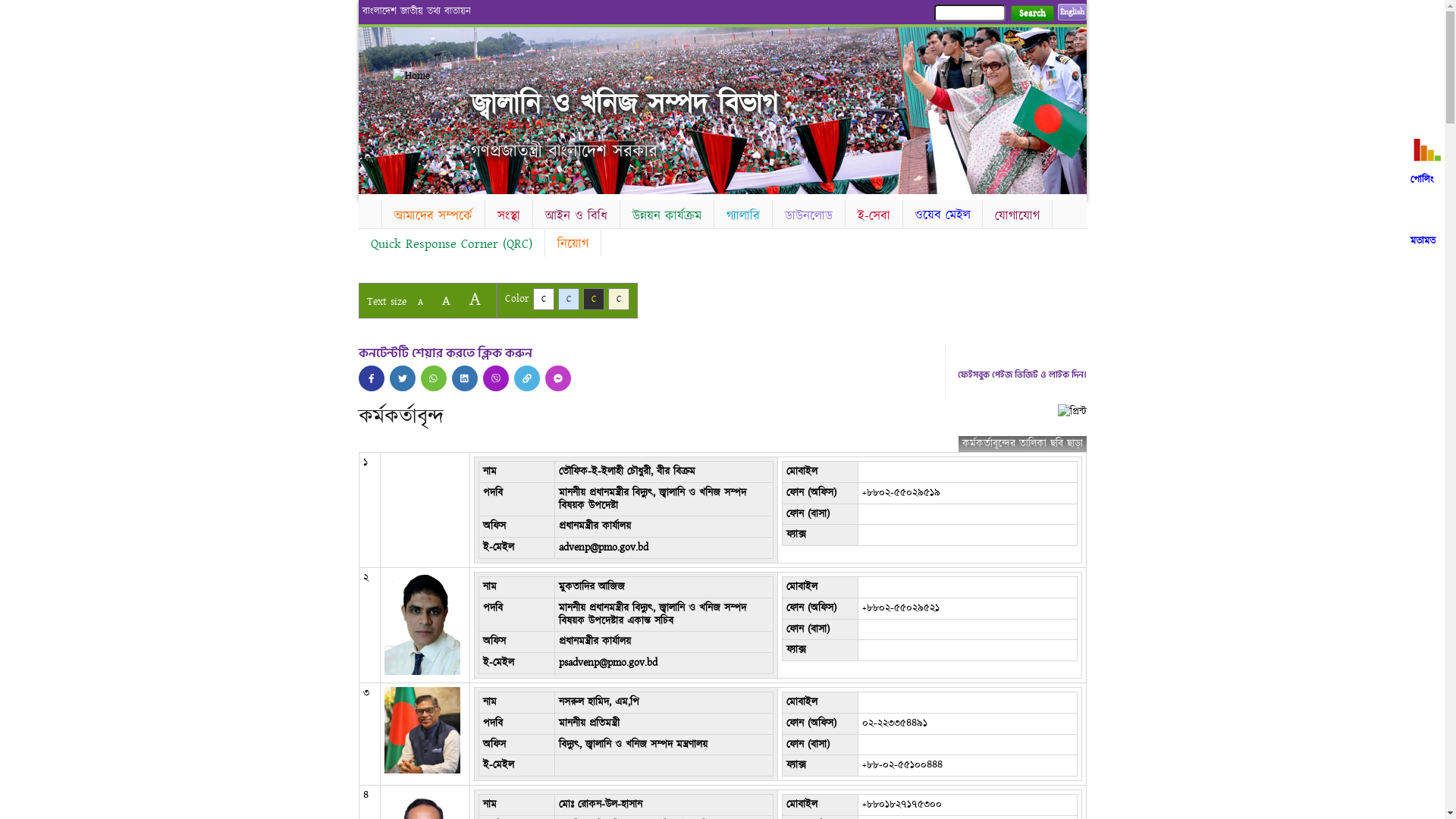  I want to click on 'Home', so click(431, 76).